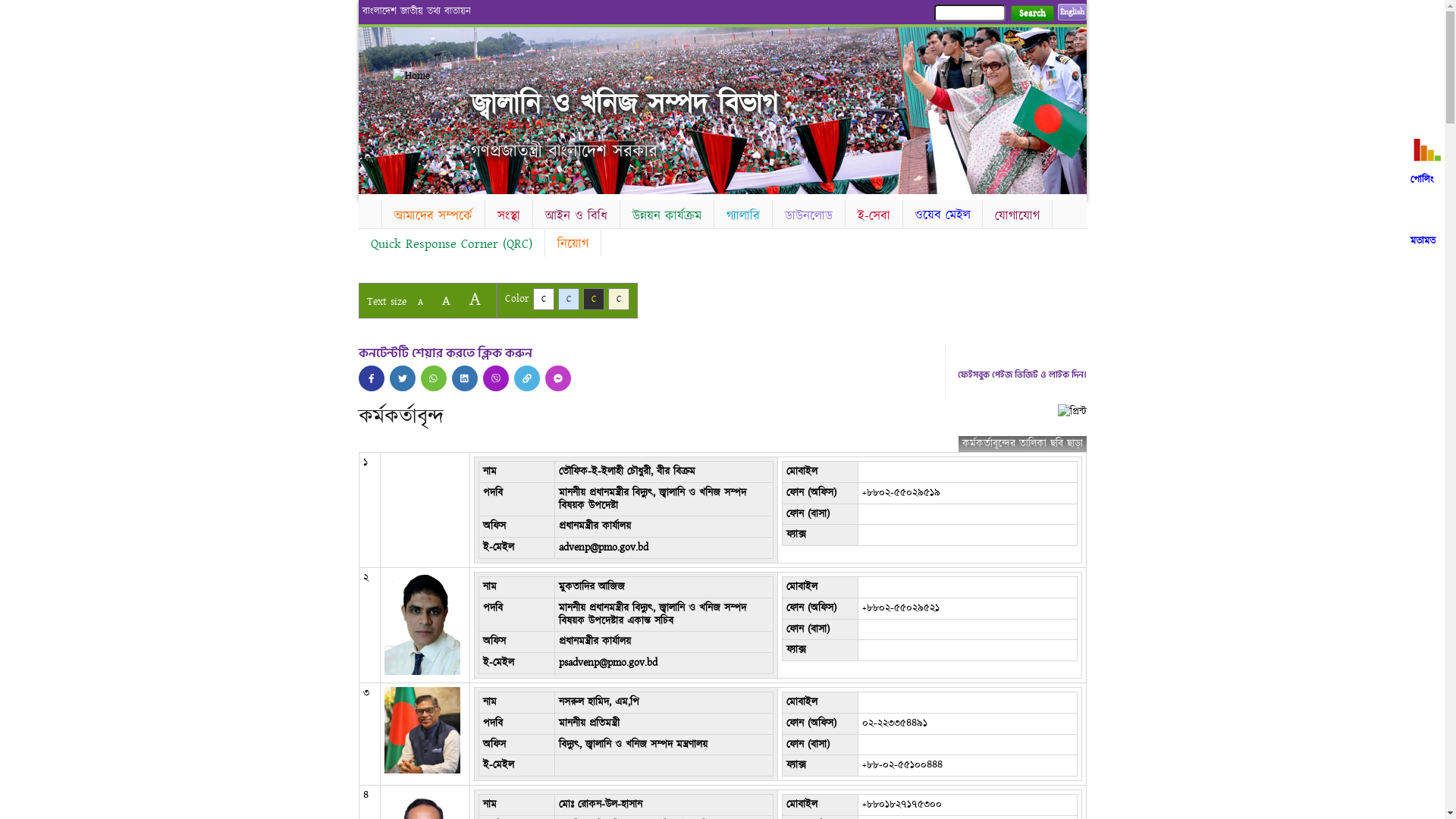  I want to click on 'Home', so click(431, 76).